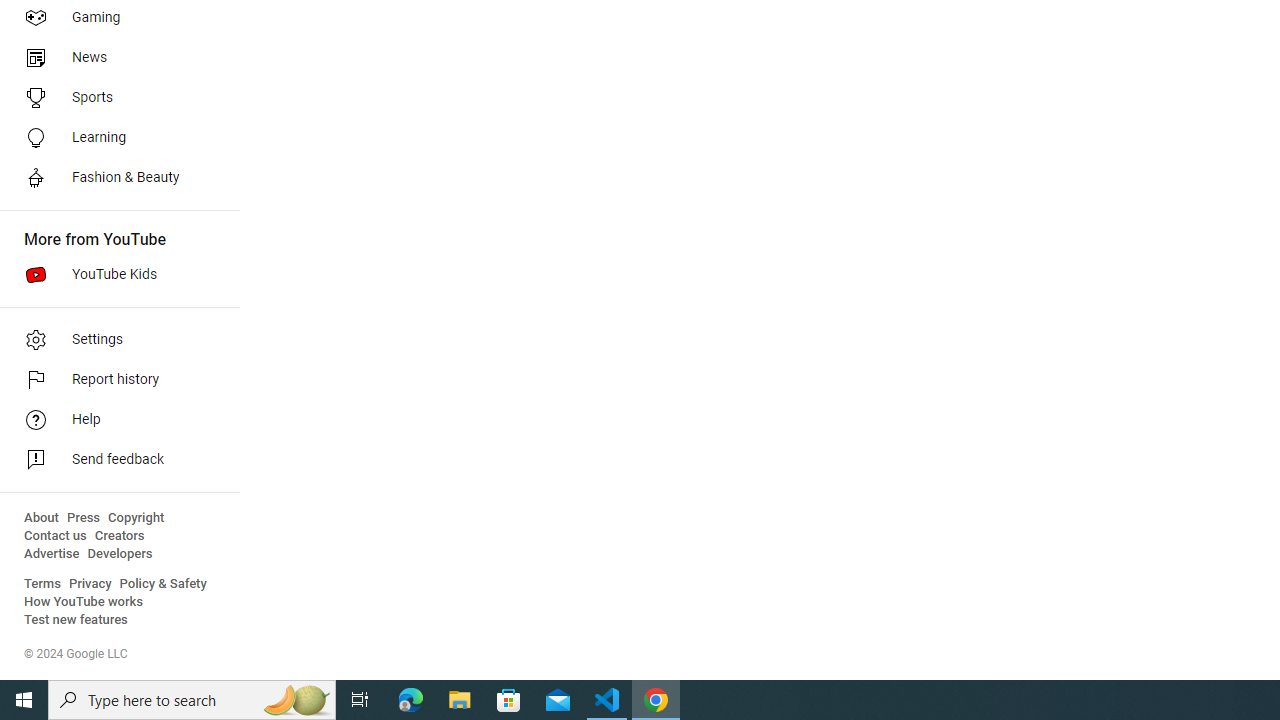  What do you see at coordinates (112, 176) in the screenshot?
I see `'Fashion & Beauty'` at bounding box center [112, 176].